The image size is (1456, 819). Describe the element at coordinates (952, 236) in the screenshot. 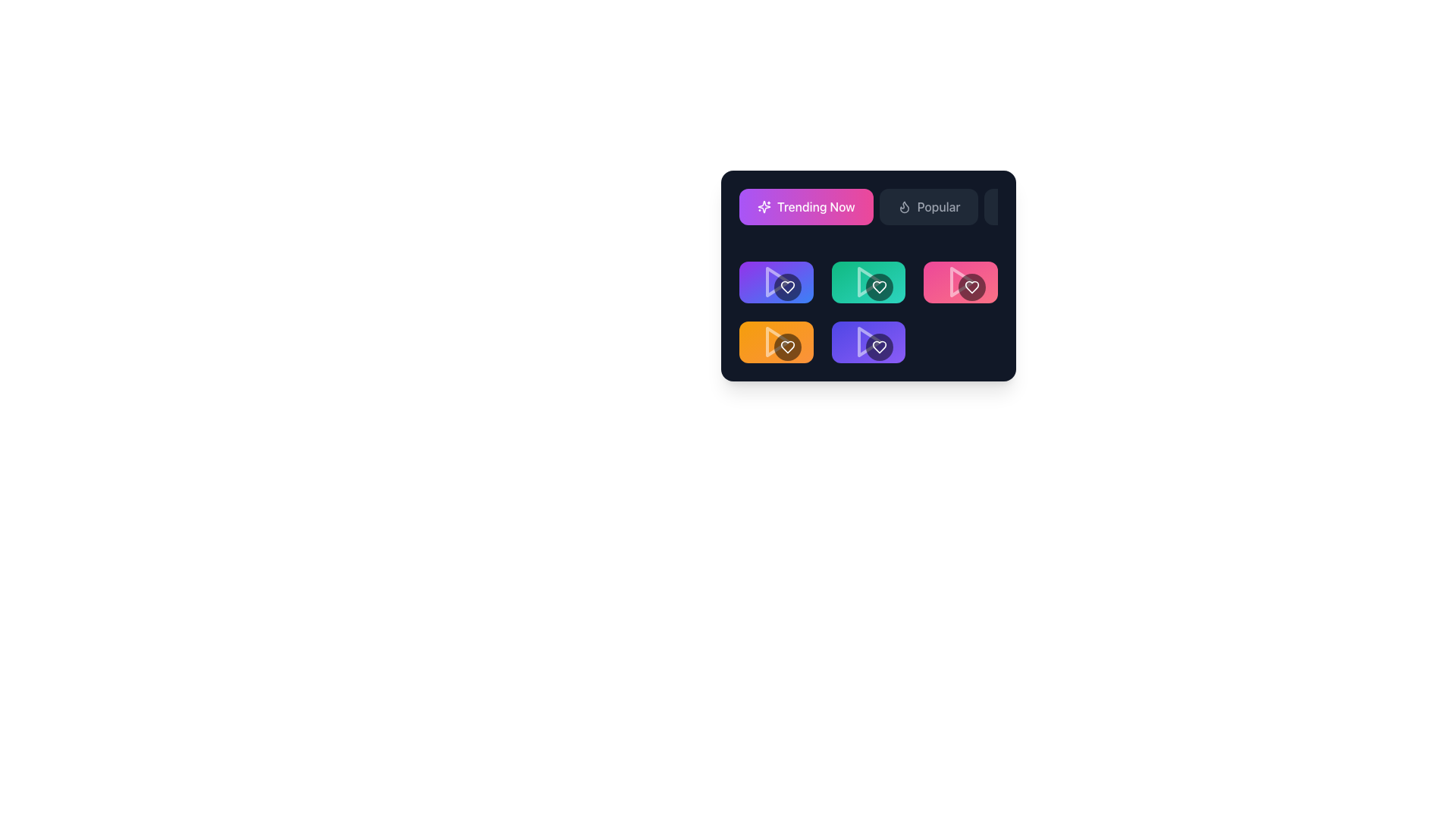

I see `the time duration display element in the top-right area of the interface` at that location.